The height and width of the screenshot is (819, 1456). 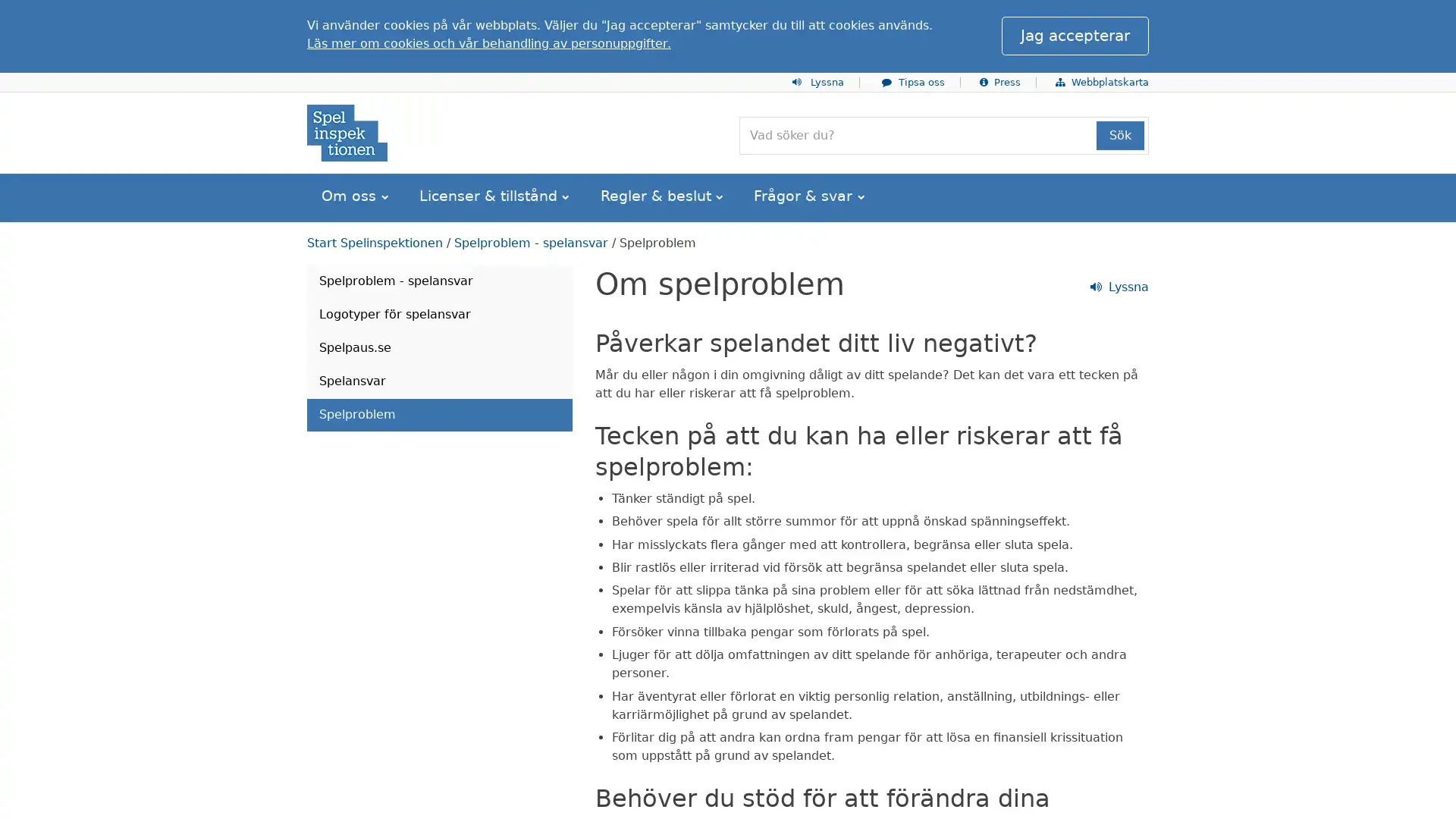 I want to click on ReadSpeaker webReader: Lyssna med webReader, so click(x=366, y=283).